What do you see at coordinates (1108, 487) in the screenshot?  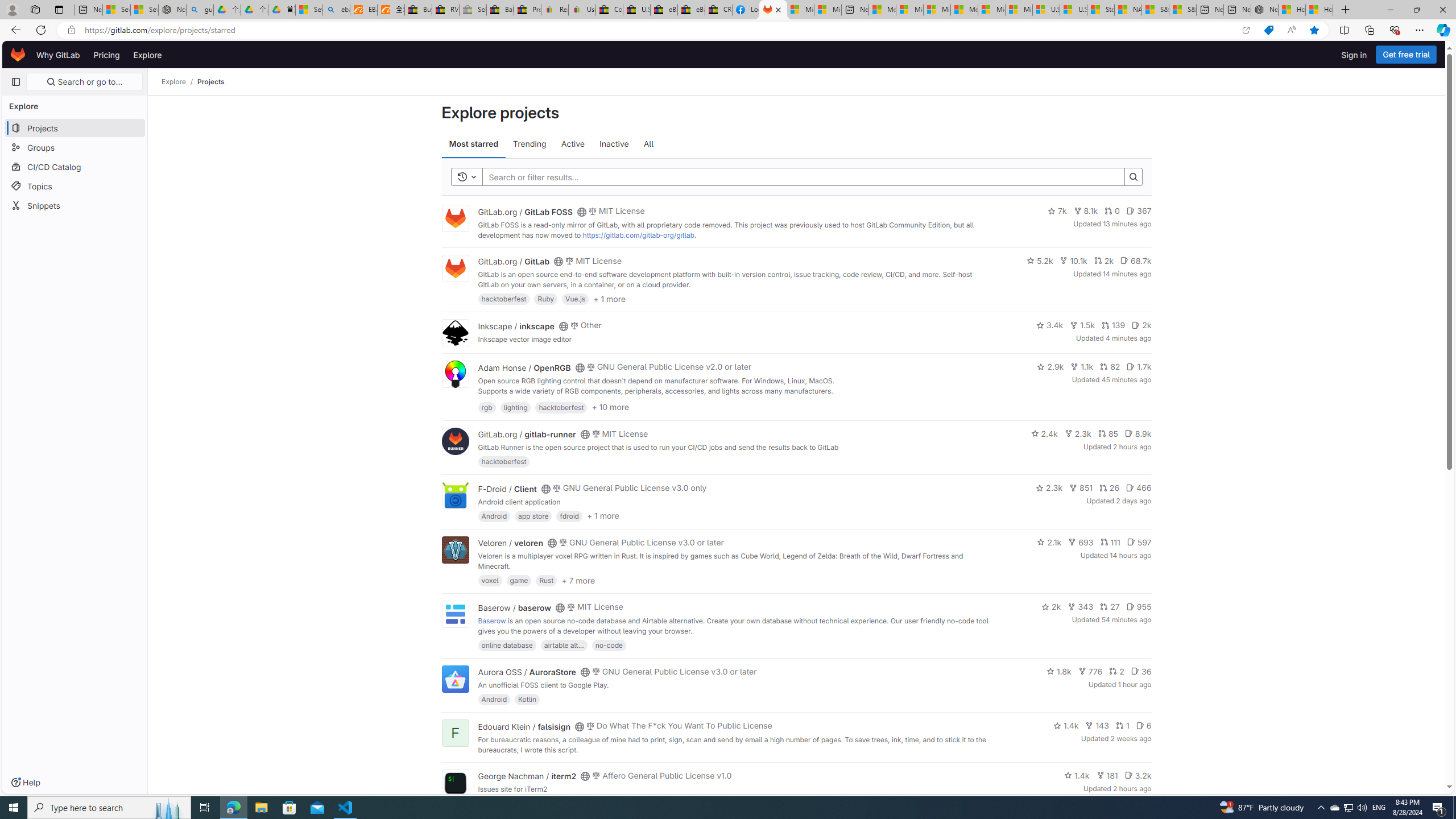 I see `'26'` at bounding box center [1108, 487].